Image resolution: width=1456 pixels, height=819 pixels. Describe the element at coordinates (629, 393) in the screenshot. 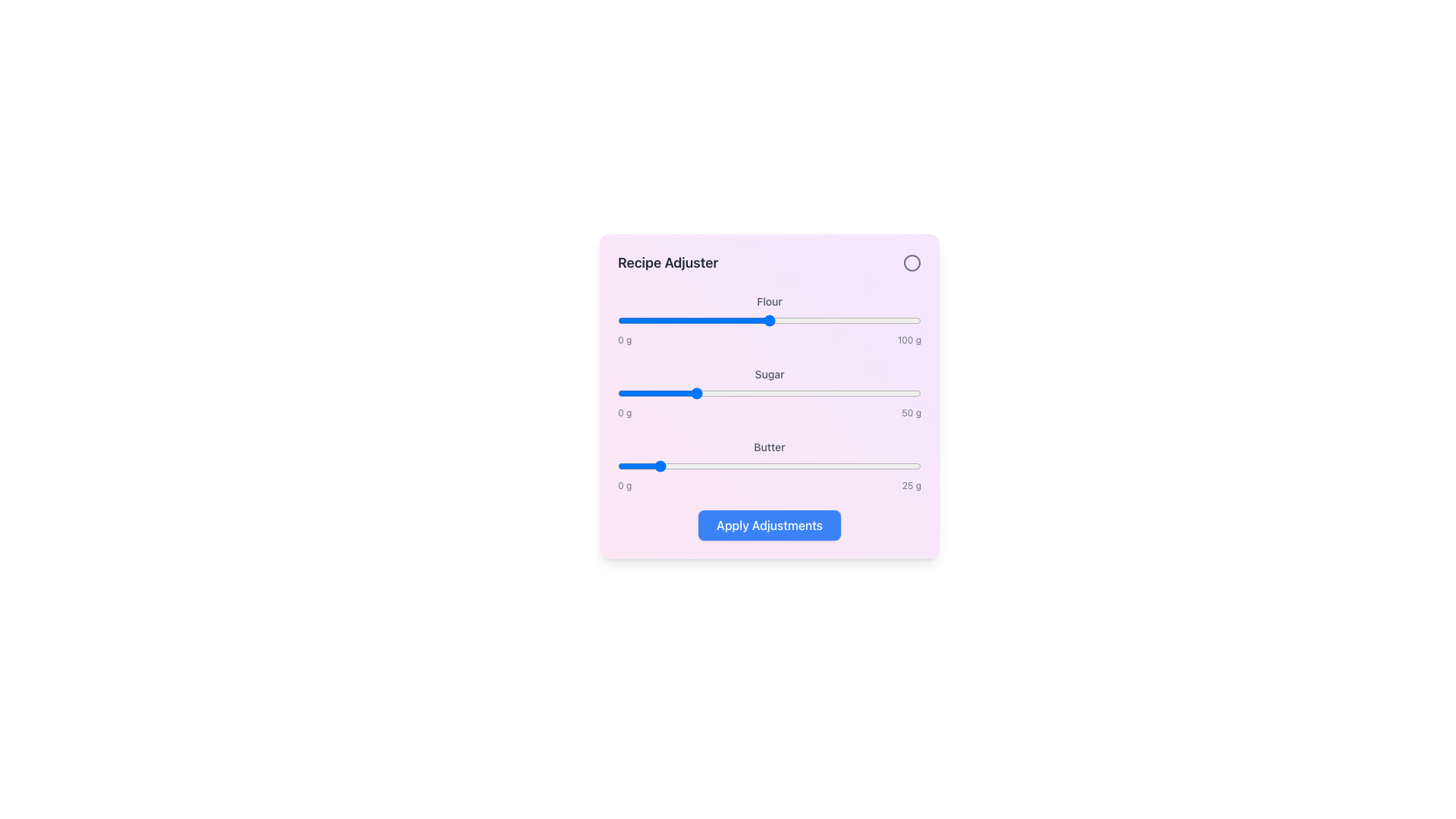

I see `sugar level` at that location.